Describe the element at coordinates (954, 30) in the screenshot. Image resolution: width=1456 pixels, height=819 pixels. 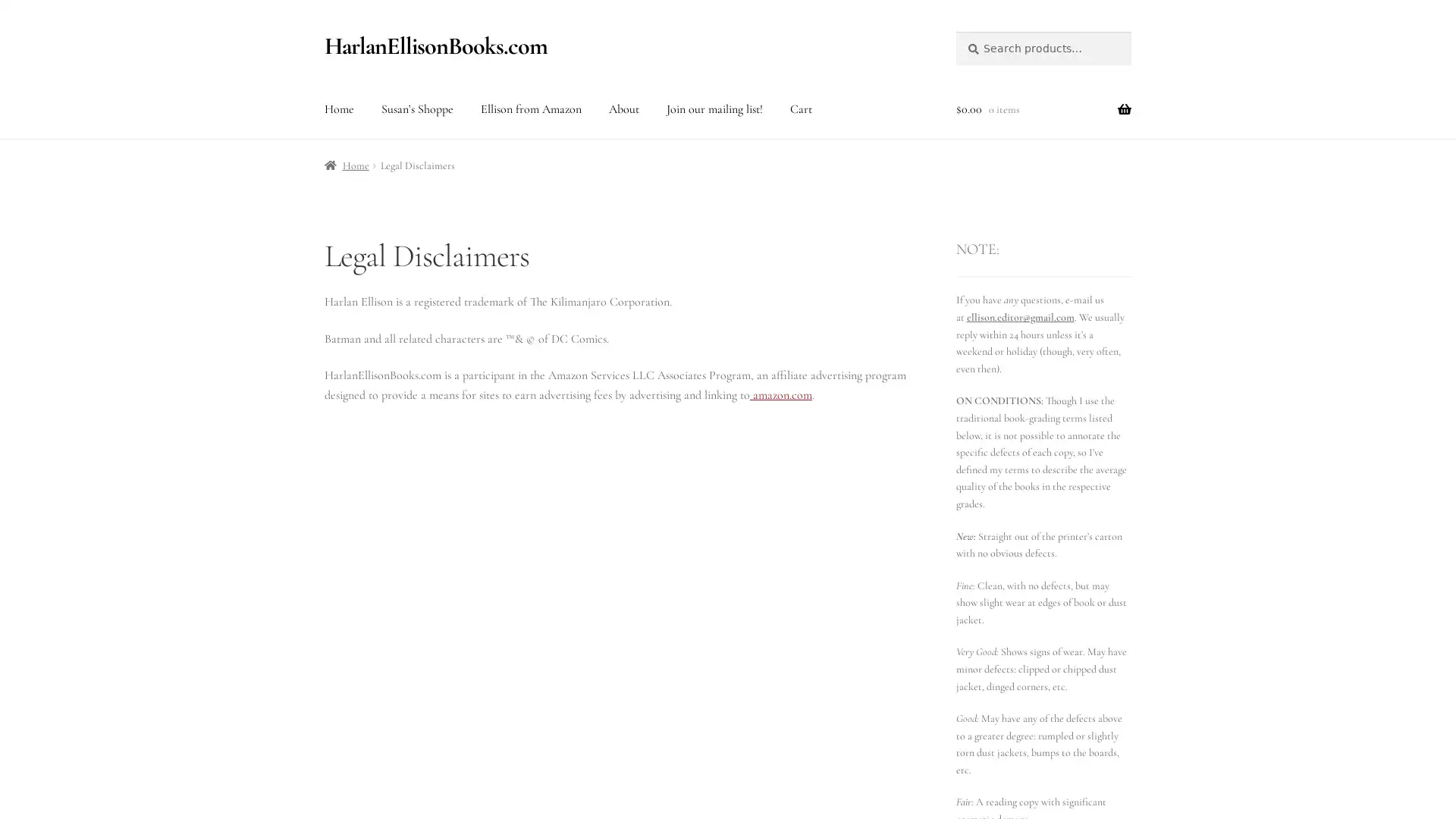
I see `Search` at that location.